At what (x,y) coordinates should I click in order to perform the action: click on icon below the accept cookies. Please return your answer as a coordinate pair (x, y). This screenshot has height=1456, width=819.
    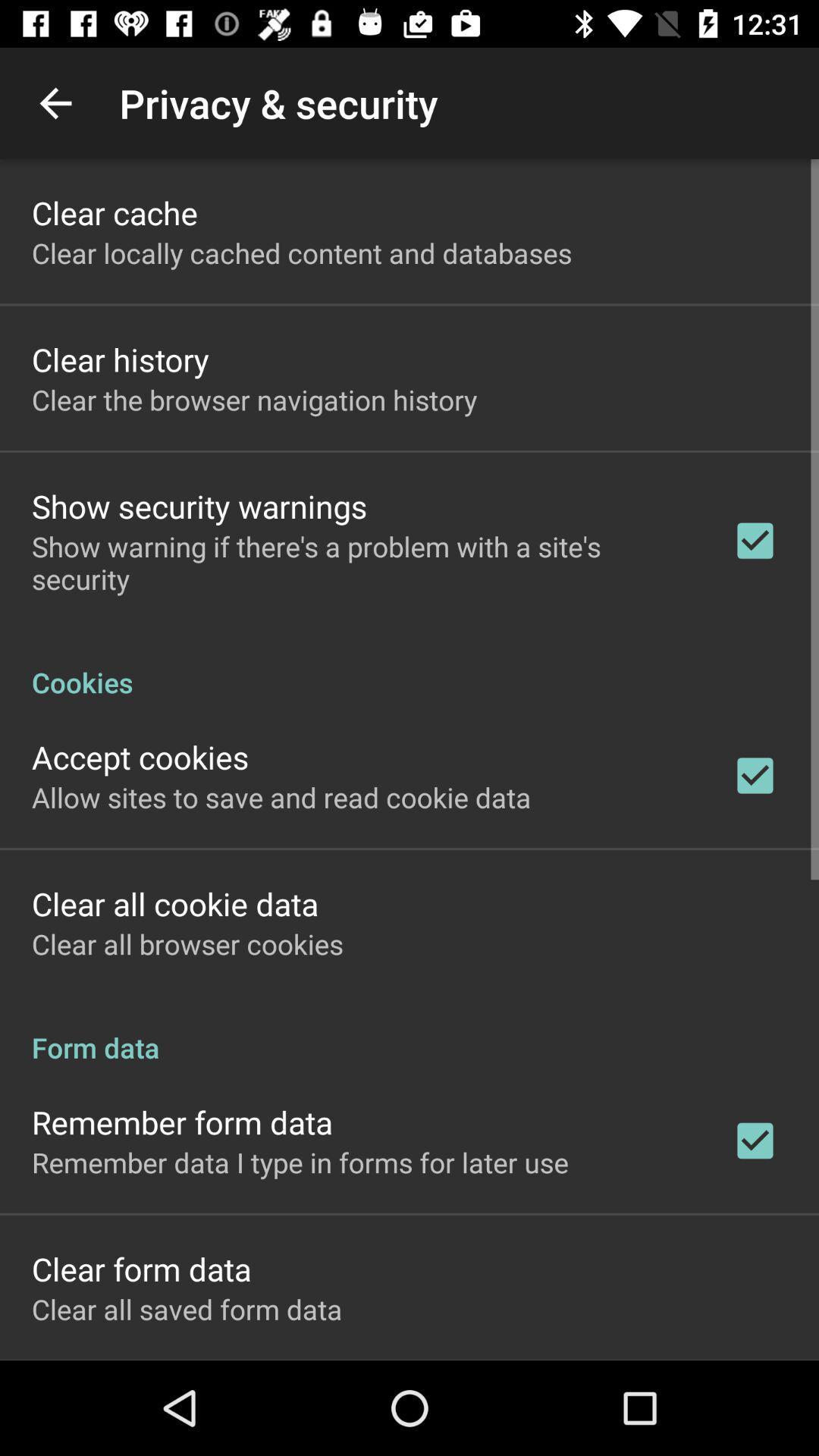
    Looking at the image, I should click on (281, 796).